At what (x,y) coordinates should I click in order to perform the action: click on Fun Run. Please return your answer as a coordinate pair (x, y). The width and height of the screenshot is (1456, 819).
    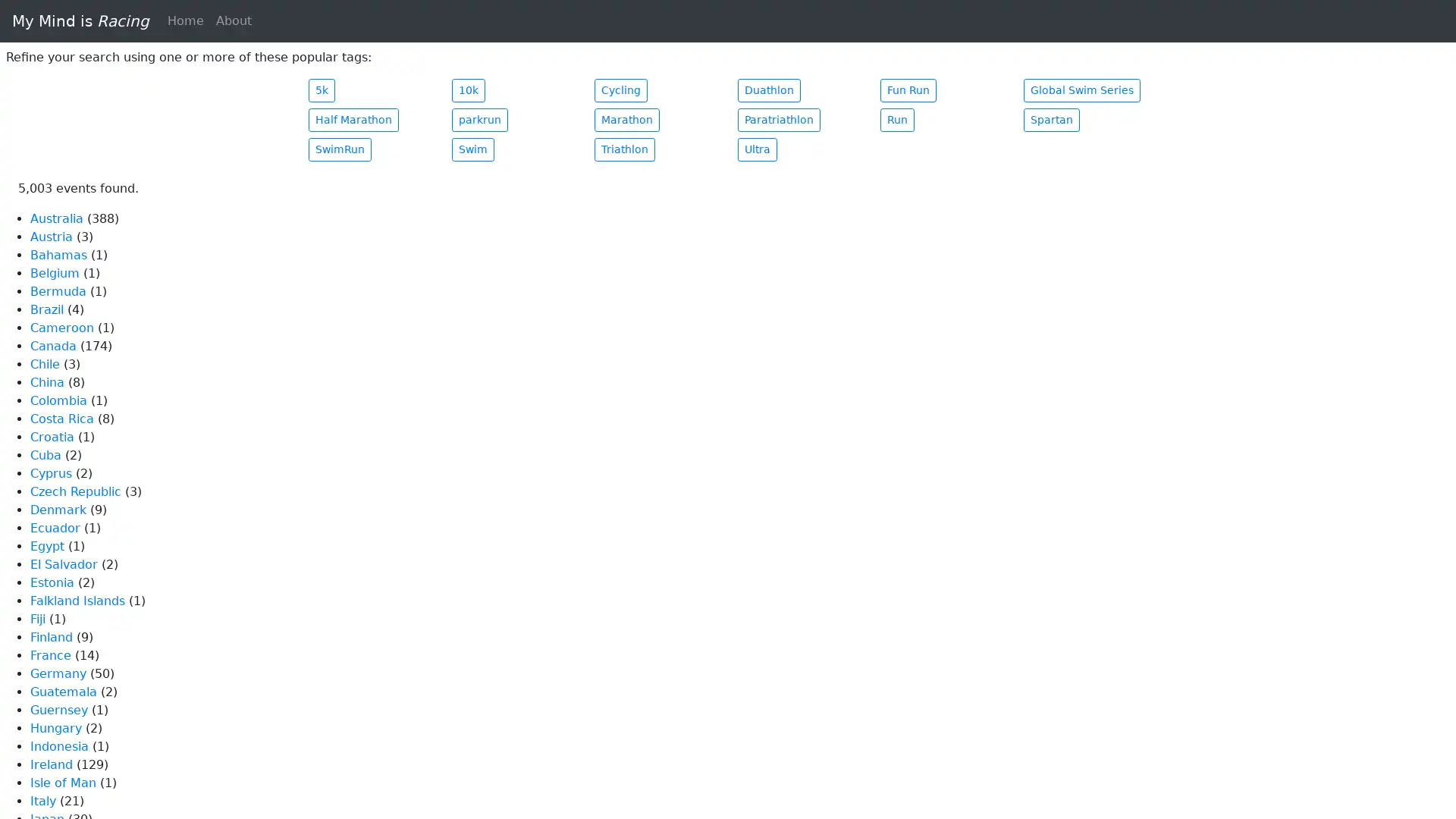
    Looking at the image, I should click on (908, 90).